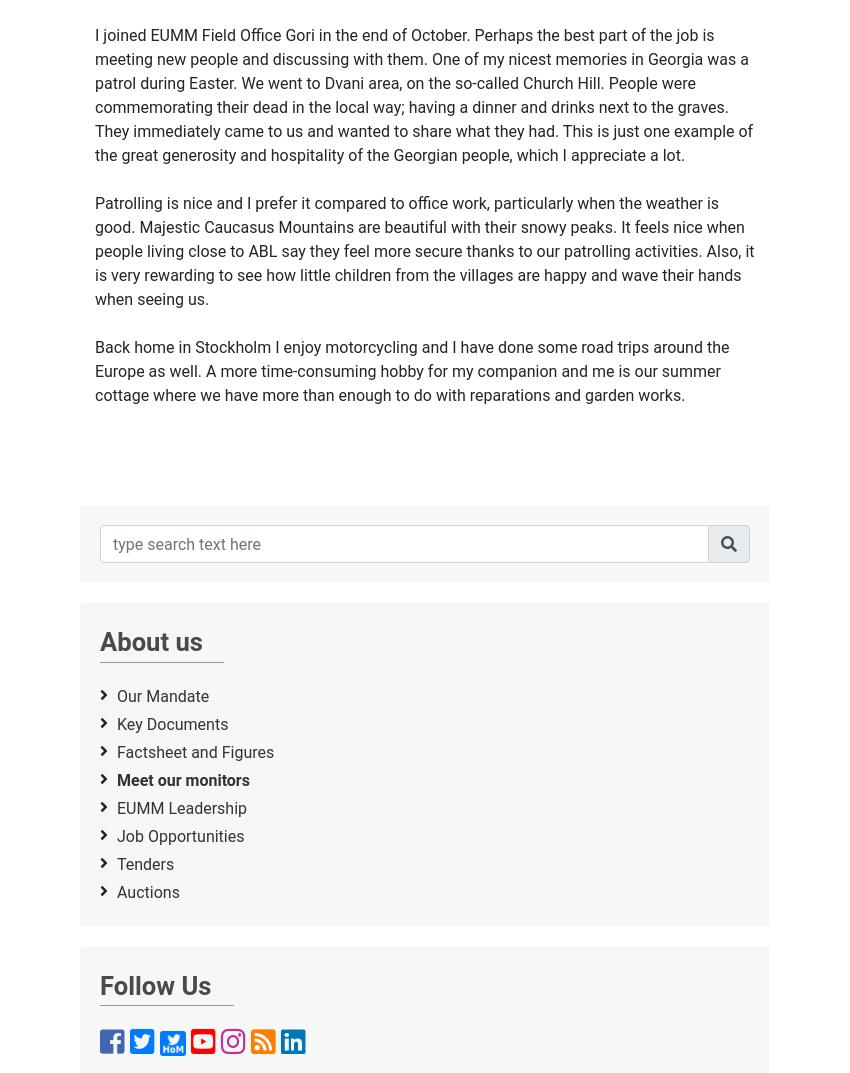 The width and height of the screenshot is (850, 1073). What do you see at coordinates (181, 834) in the screenshot?
I see `'Job Opportunities ​'` at bounding box center [181, 834].